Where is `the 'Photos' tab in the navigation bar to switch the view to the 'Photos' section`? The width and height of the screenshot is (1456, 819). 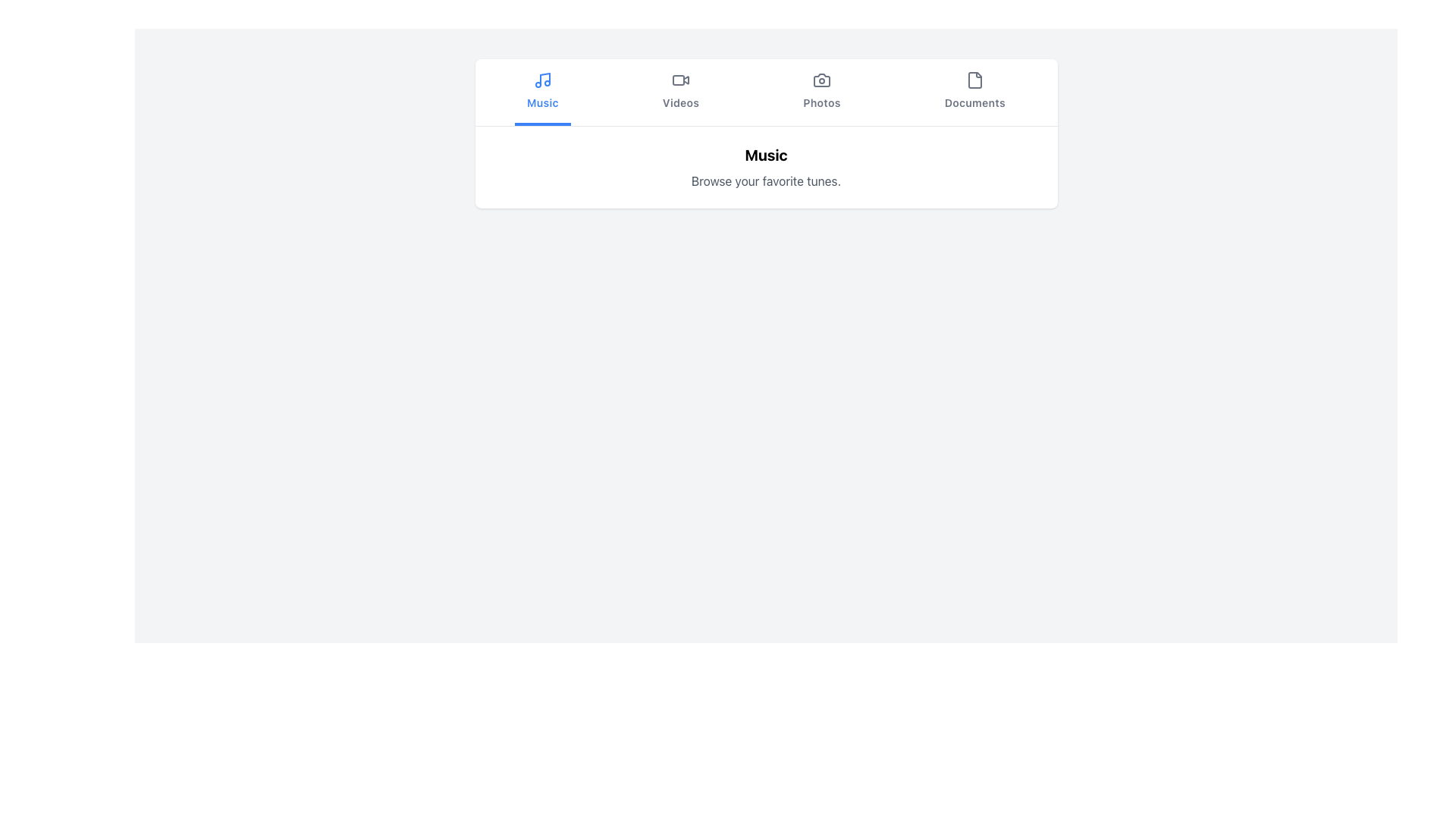
the 'Photos' tab in the navigation bar to switch the view to the 'Photos' section is located at coordinates (821, 93).